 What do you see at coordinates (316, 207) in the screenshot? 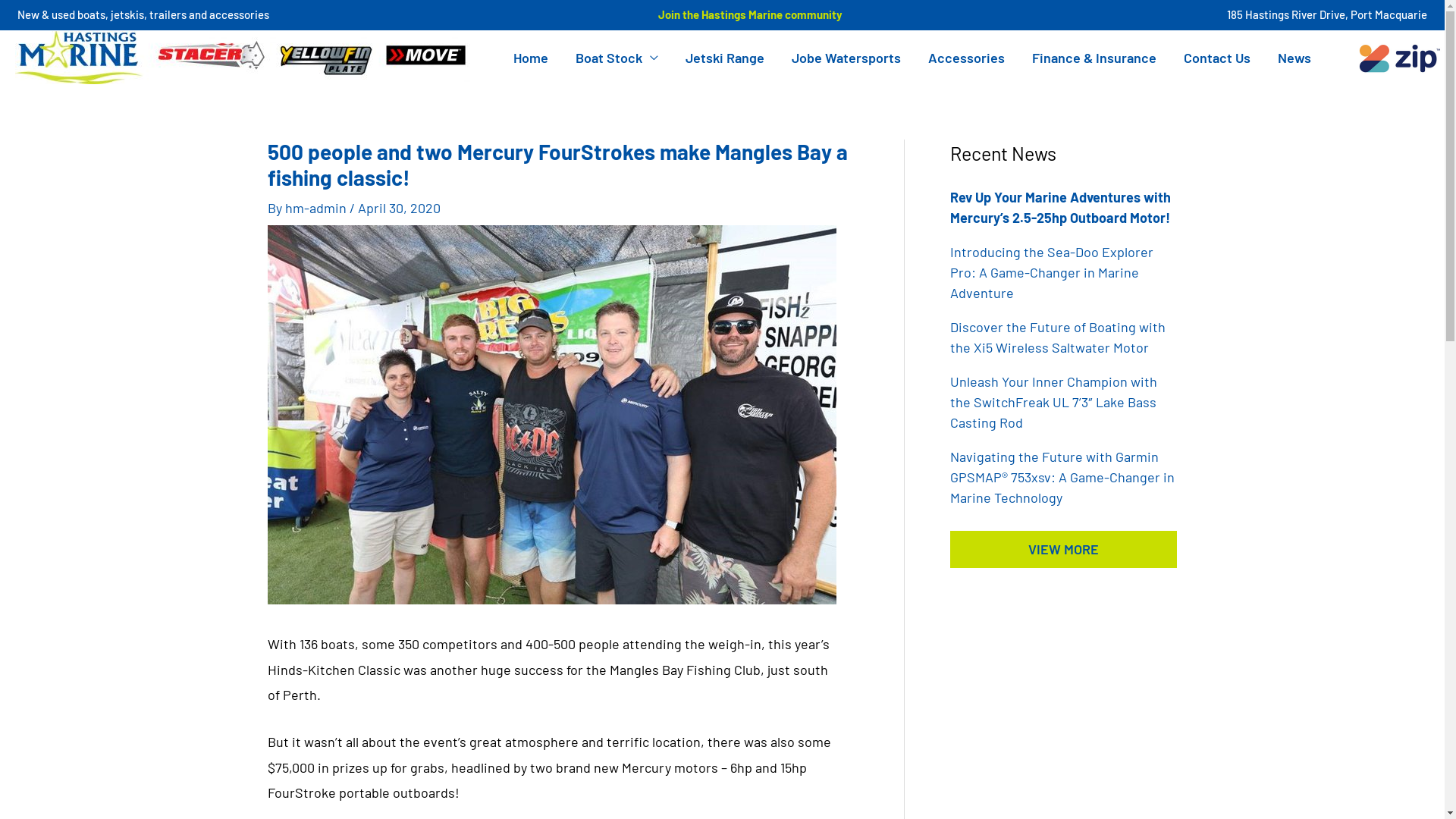
I see `'hm-admin'` at bounding box center [316, 207].